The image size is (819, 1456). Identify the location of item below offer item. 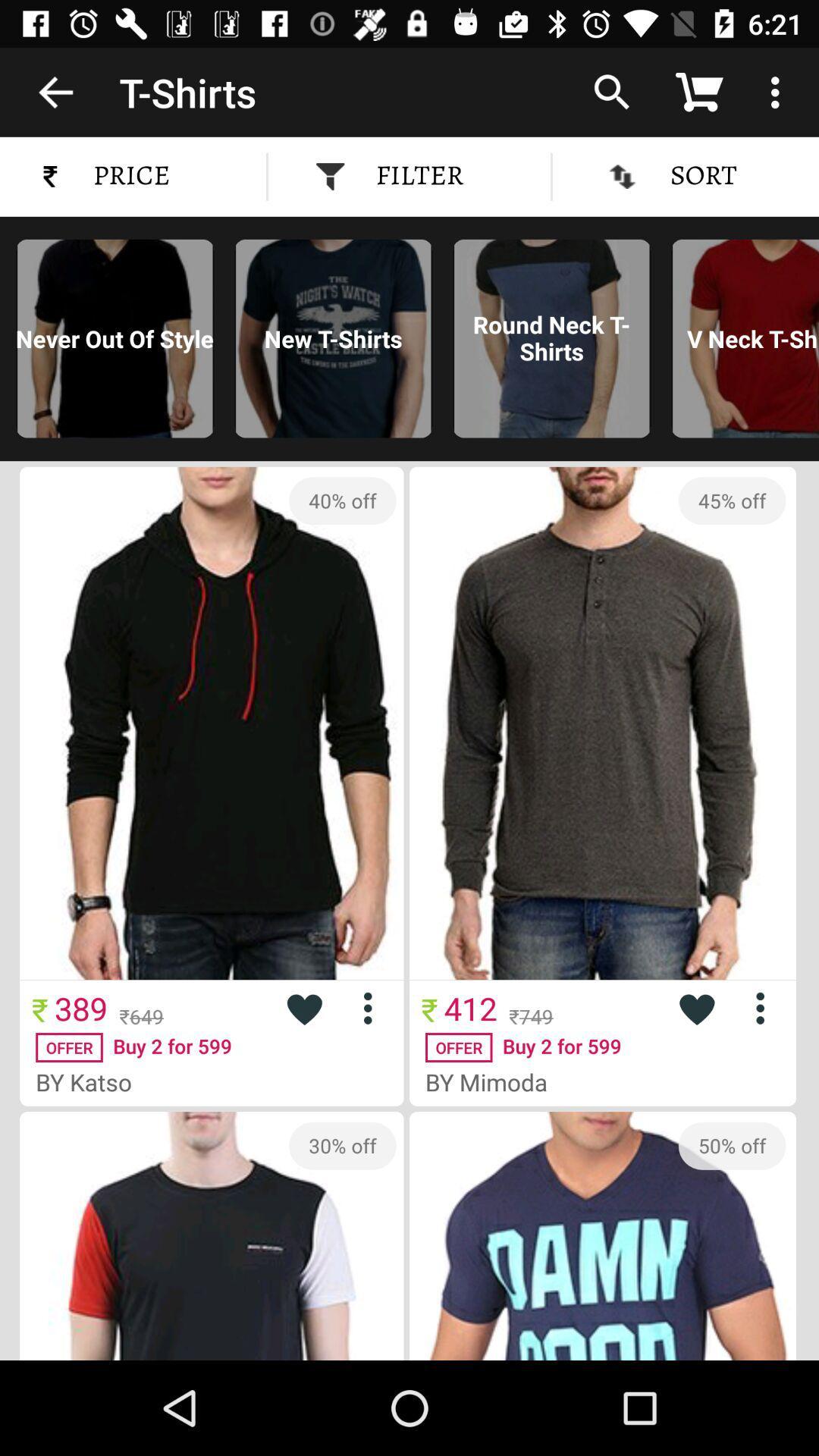
(492, 1081).